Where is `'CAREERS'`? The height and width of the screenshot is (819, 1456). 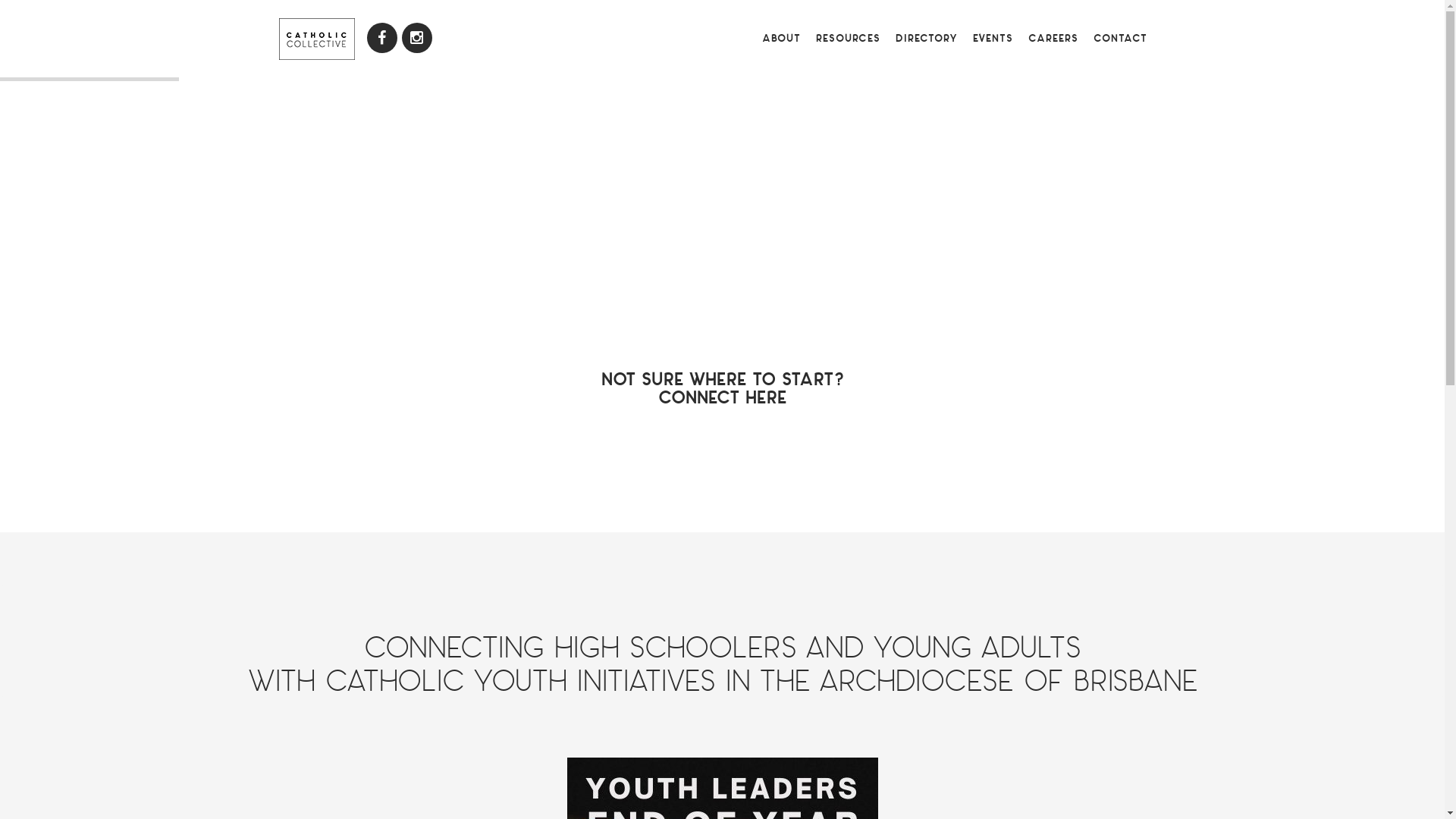 'CAREERS' is located at coordinates (1020, 37).